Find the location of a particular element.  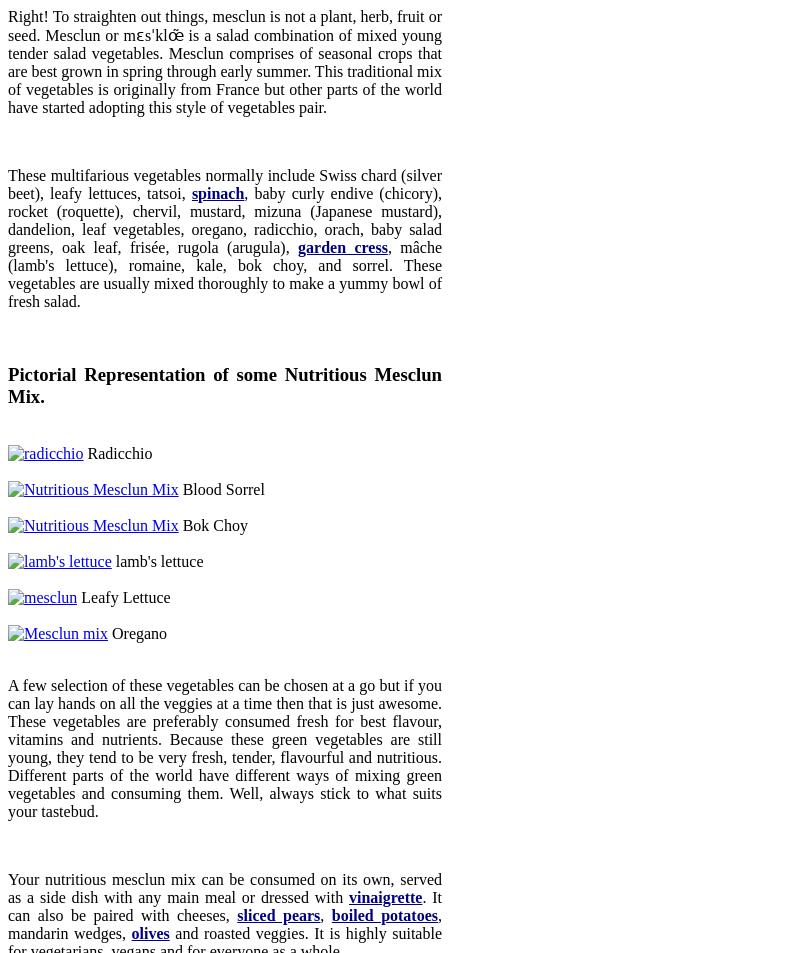

'These multifarious vegetables normally include Swiss chard (silver beet), leafy lettuces, tatsoi,' is located at coordinates (7, 183).